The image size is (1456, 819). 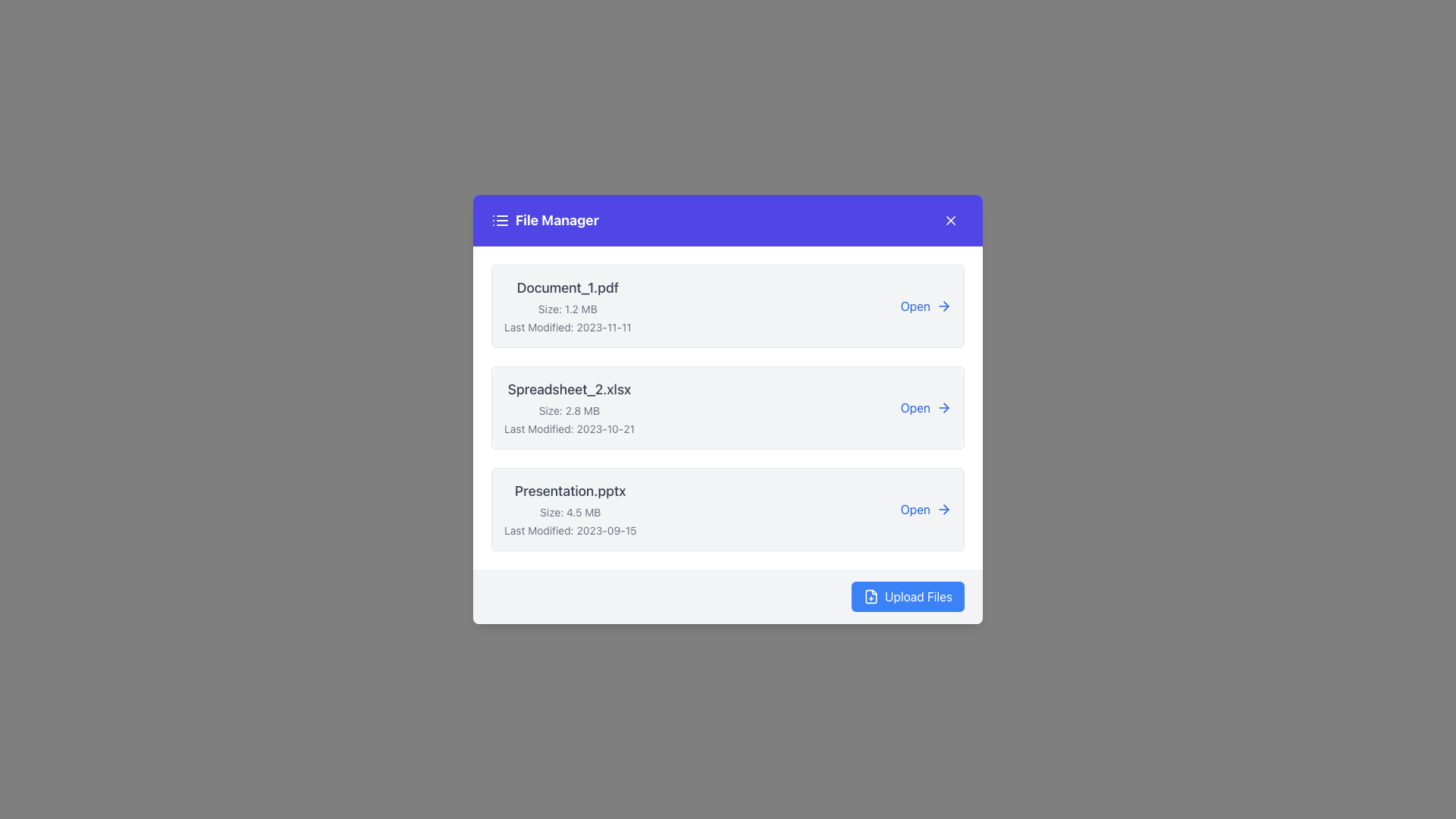 What do you see at coordinates (500, 220) in the screenshot?
I see `the list icon represented by three horizontal lines with dots to its left, located in the purple banner at the top of the modal window` at bounding box center [500, 220].